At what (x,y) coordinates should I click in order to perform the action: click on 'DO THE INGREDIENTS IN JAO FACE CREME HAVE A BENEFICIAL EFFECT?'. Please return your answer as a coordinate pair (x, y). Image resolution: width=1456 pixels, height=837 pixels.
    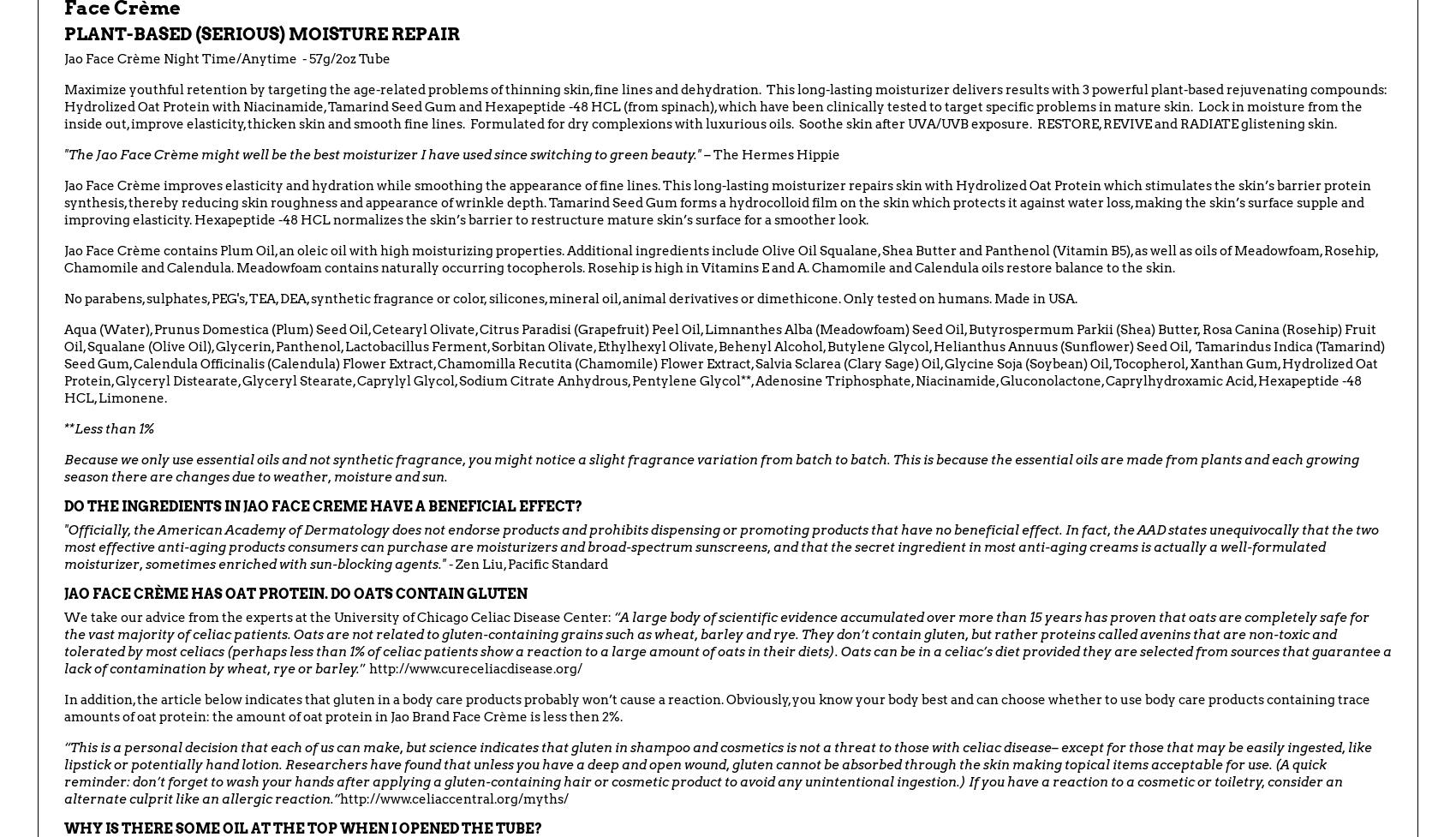
    Looking at the image, I should click on (322, 505).